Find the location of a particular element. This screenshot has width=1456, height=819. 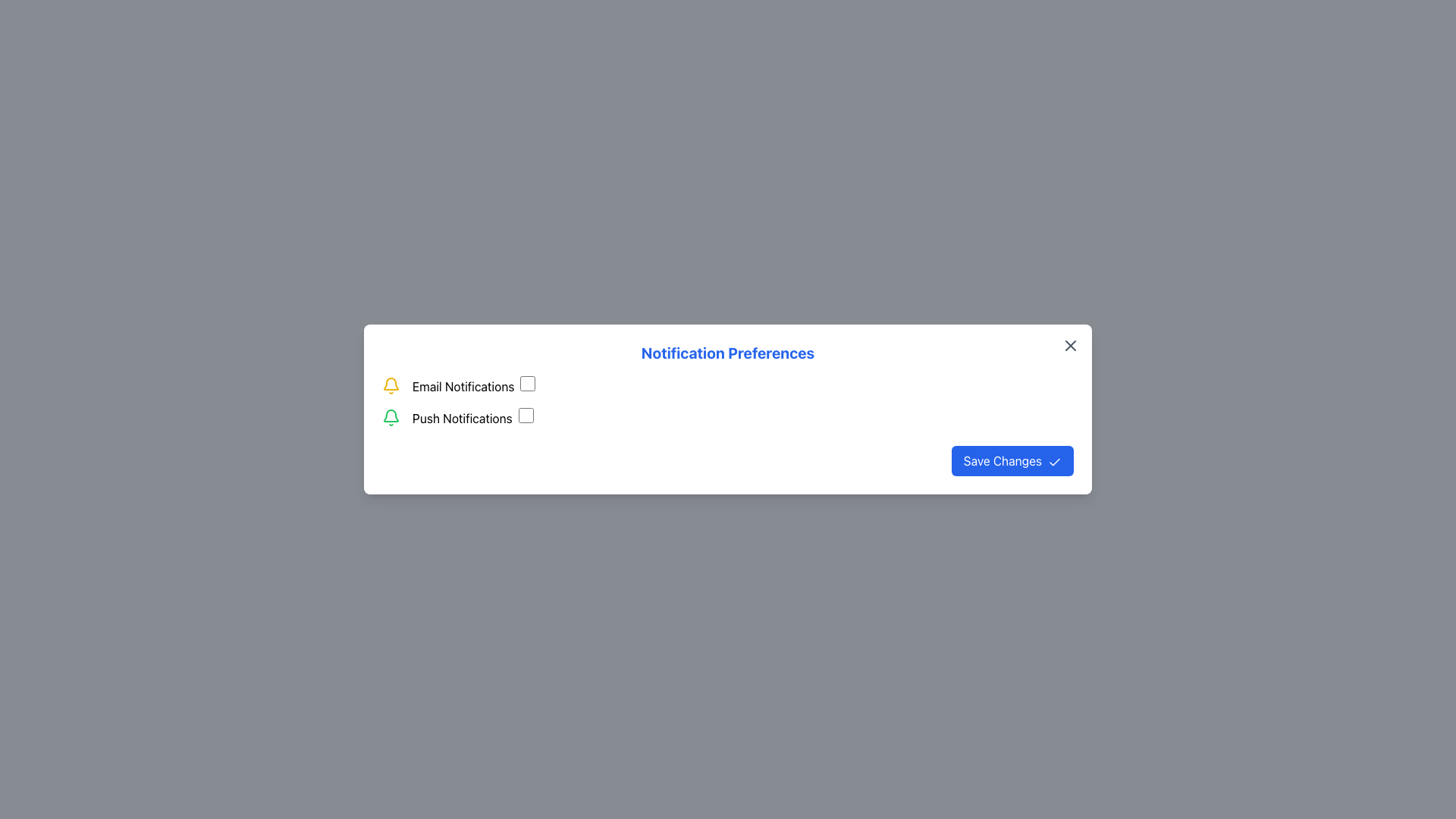

the save changes button located at the bottom-right corner of the modal dialog box to enable potential interactions is located at coordinates (1012, 460).